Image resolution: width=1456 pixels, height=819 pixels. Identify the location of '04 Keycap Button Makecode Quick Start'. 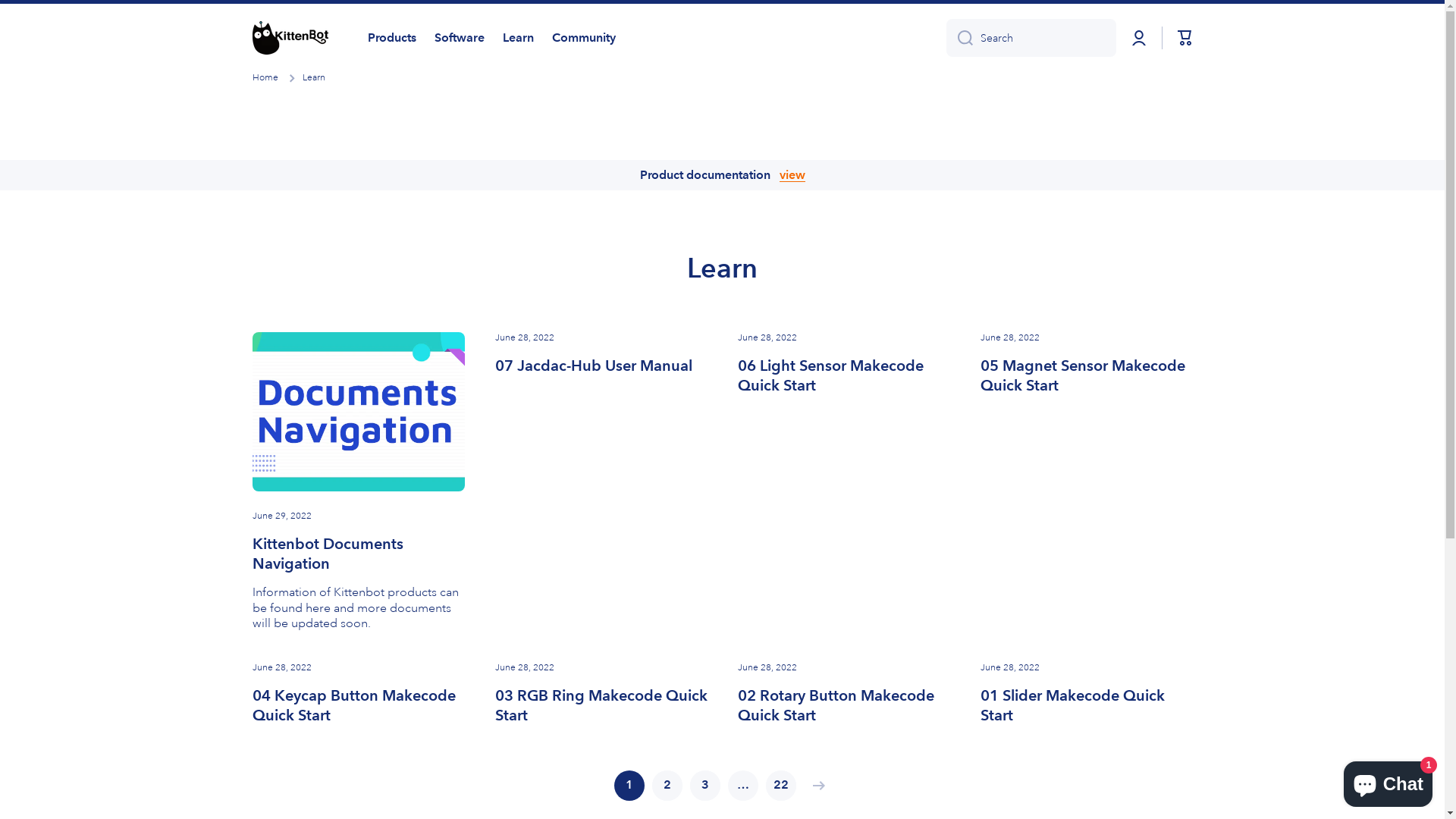
(251, 704).